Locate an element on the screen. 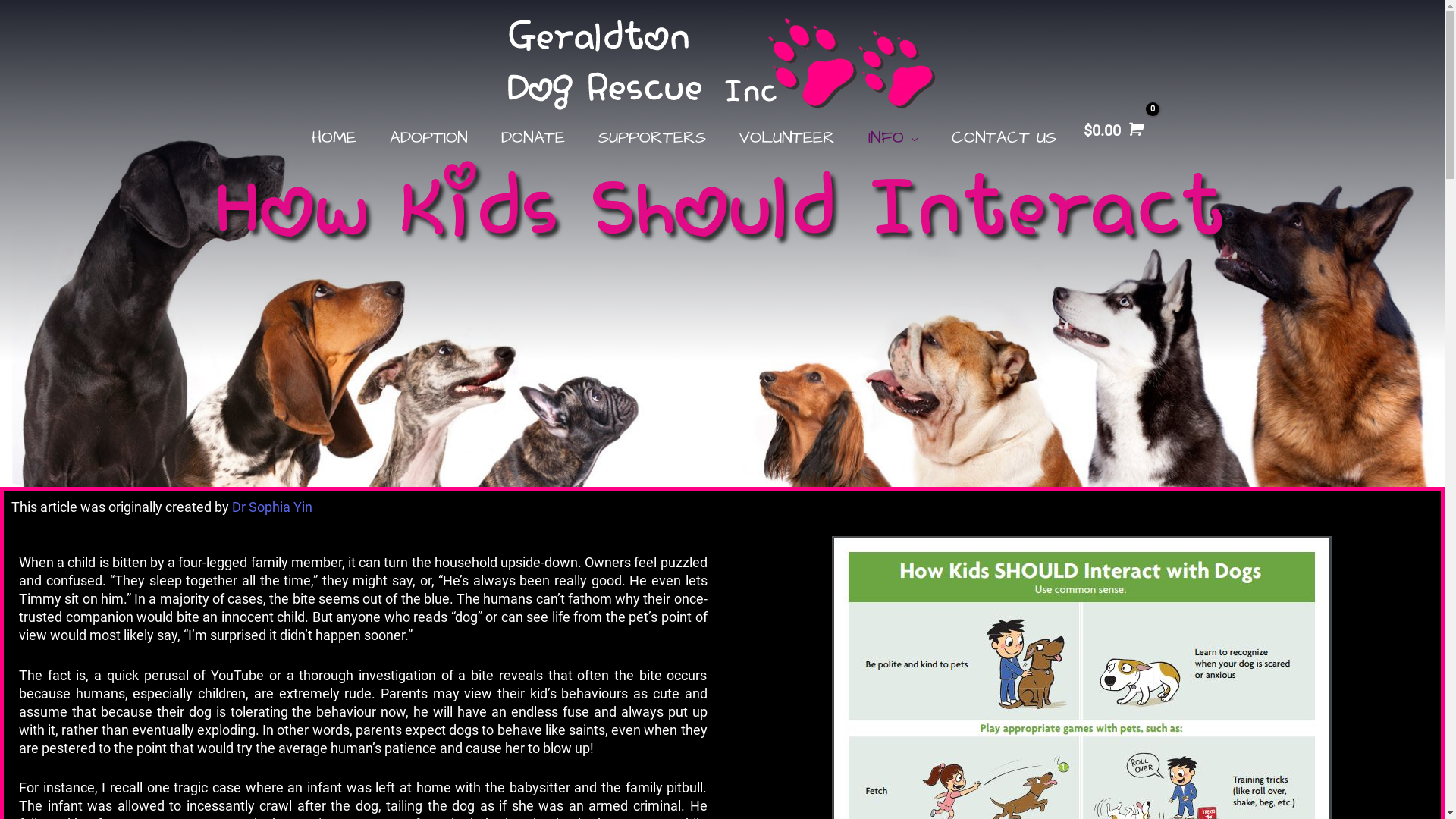  'SUPPORTERS' is located at coordinates (651, 137).